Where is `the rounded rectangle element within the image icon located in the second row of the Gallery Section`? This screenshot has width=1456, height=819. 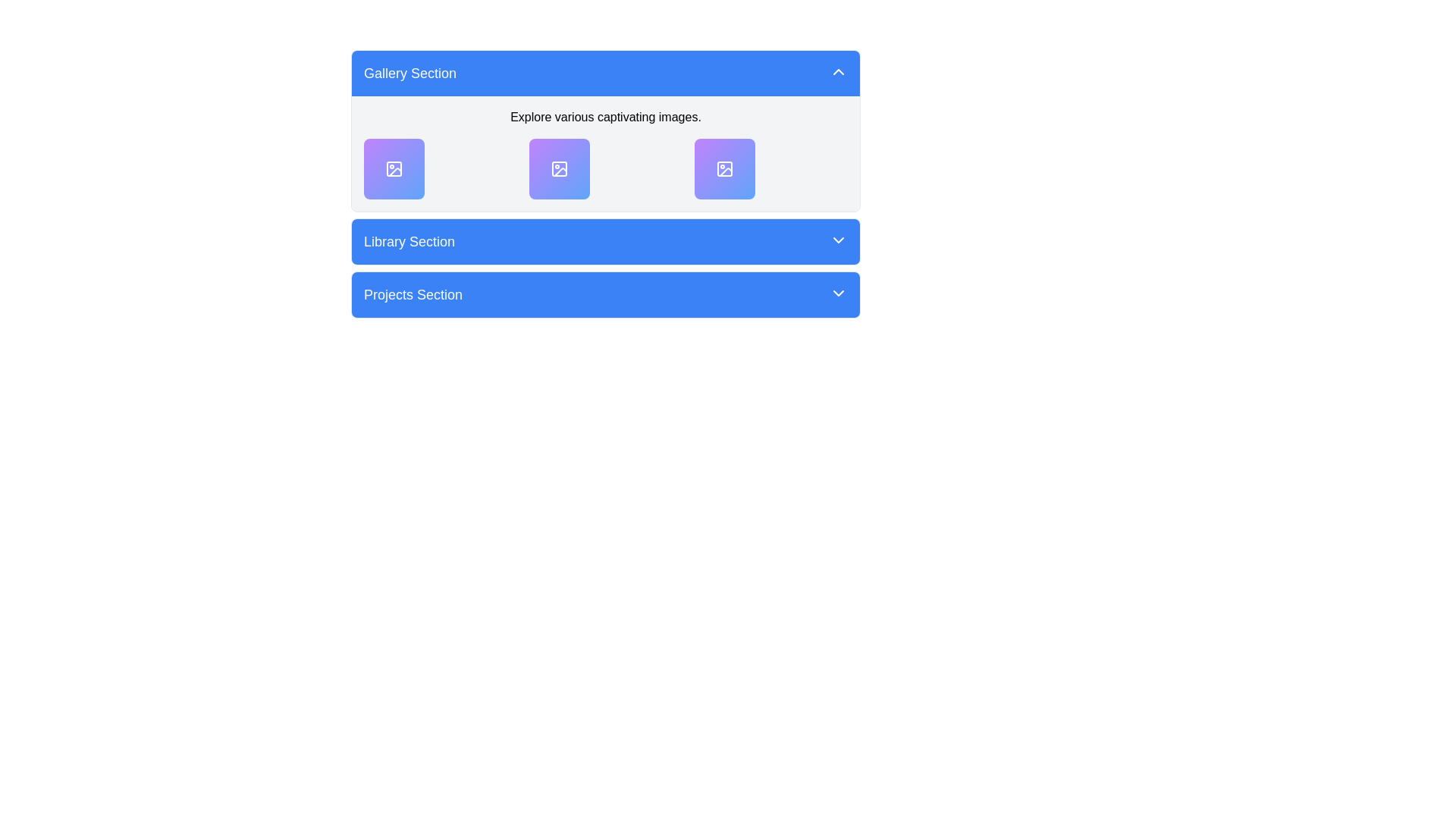
the rounded rectangle element within the image icon located in the second row of the Gallery Section is located at coordinates (723, 169).